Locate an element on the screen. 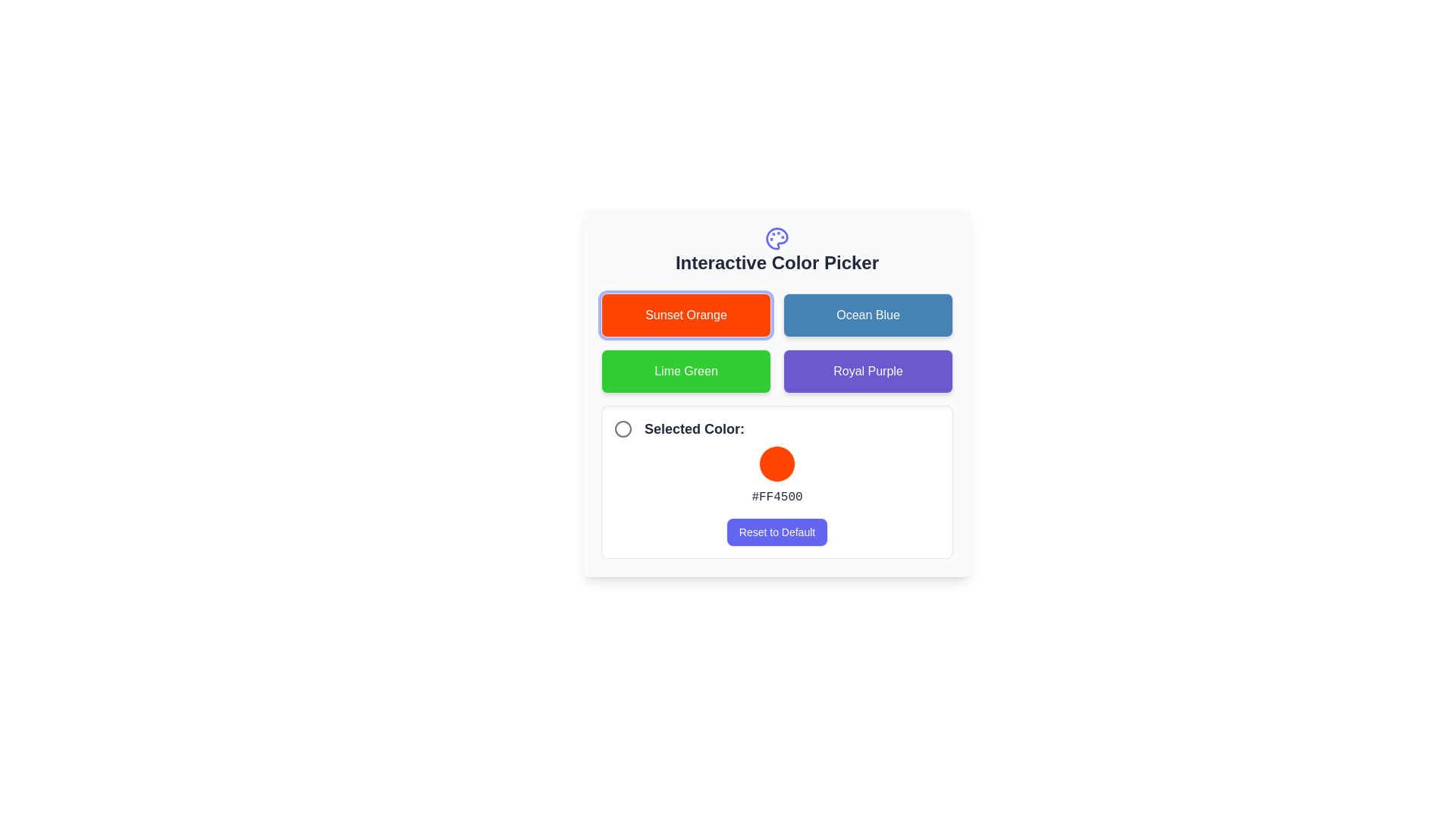  the rectangular button with rounded corners that has a blue background and white text reading 'Reset to Default' is located at coordinates (777, 532).